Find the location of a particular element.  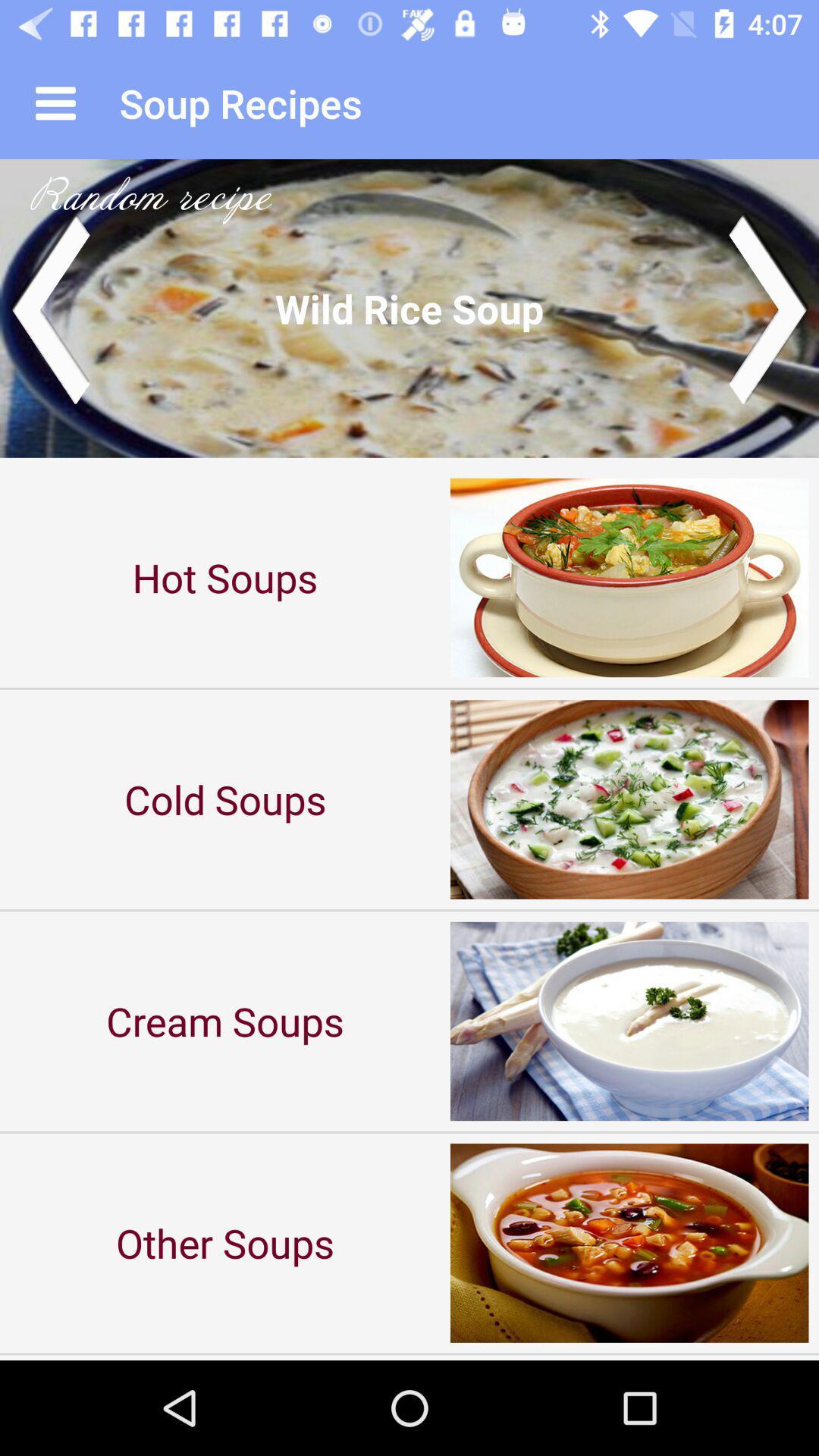

app to the left of soup recipes item is located at coordinates (55, 102).